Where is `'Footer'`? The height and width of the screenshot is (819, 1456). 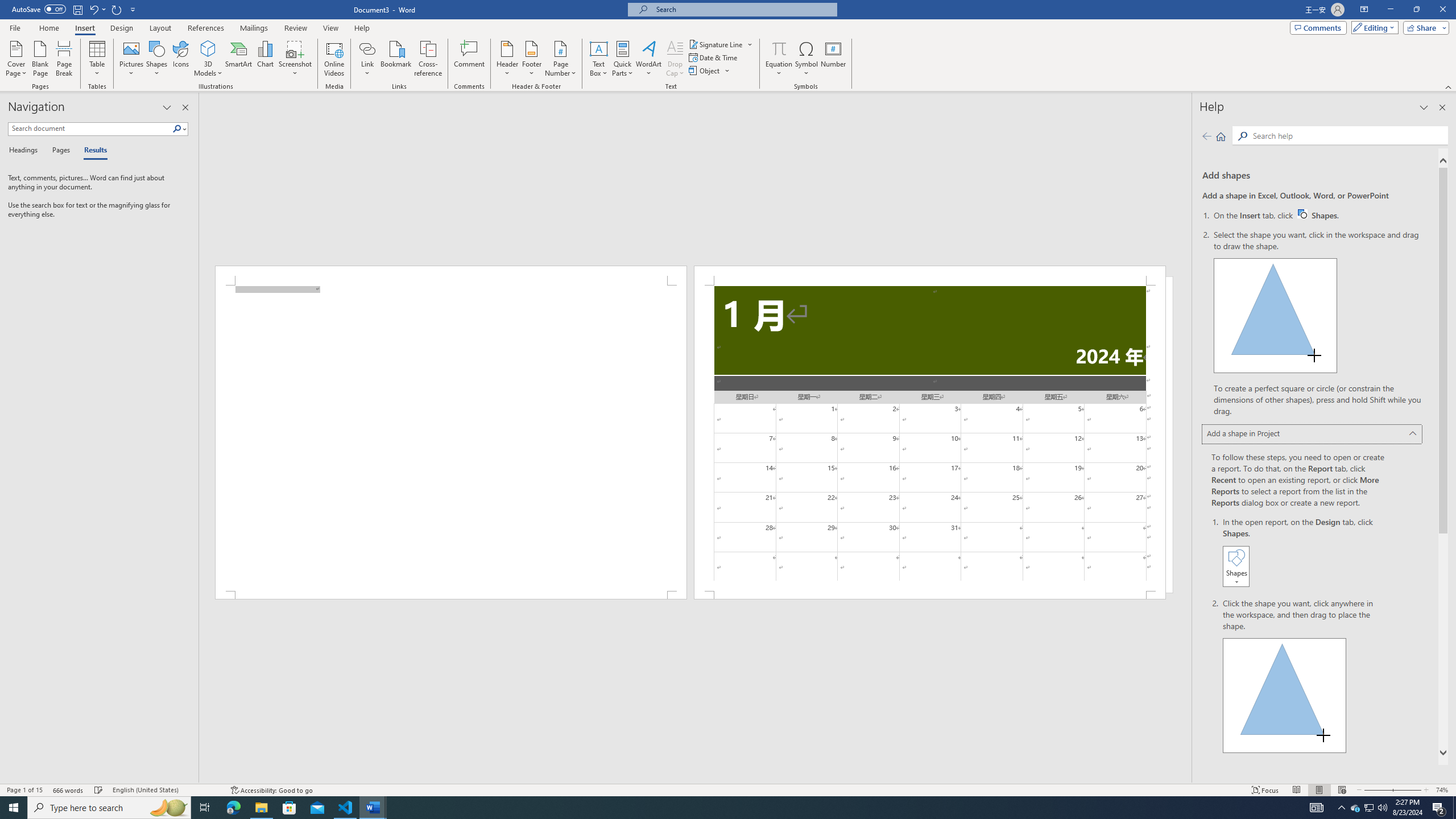
'Footer' is located at coordinates (531, 59).